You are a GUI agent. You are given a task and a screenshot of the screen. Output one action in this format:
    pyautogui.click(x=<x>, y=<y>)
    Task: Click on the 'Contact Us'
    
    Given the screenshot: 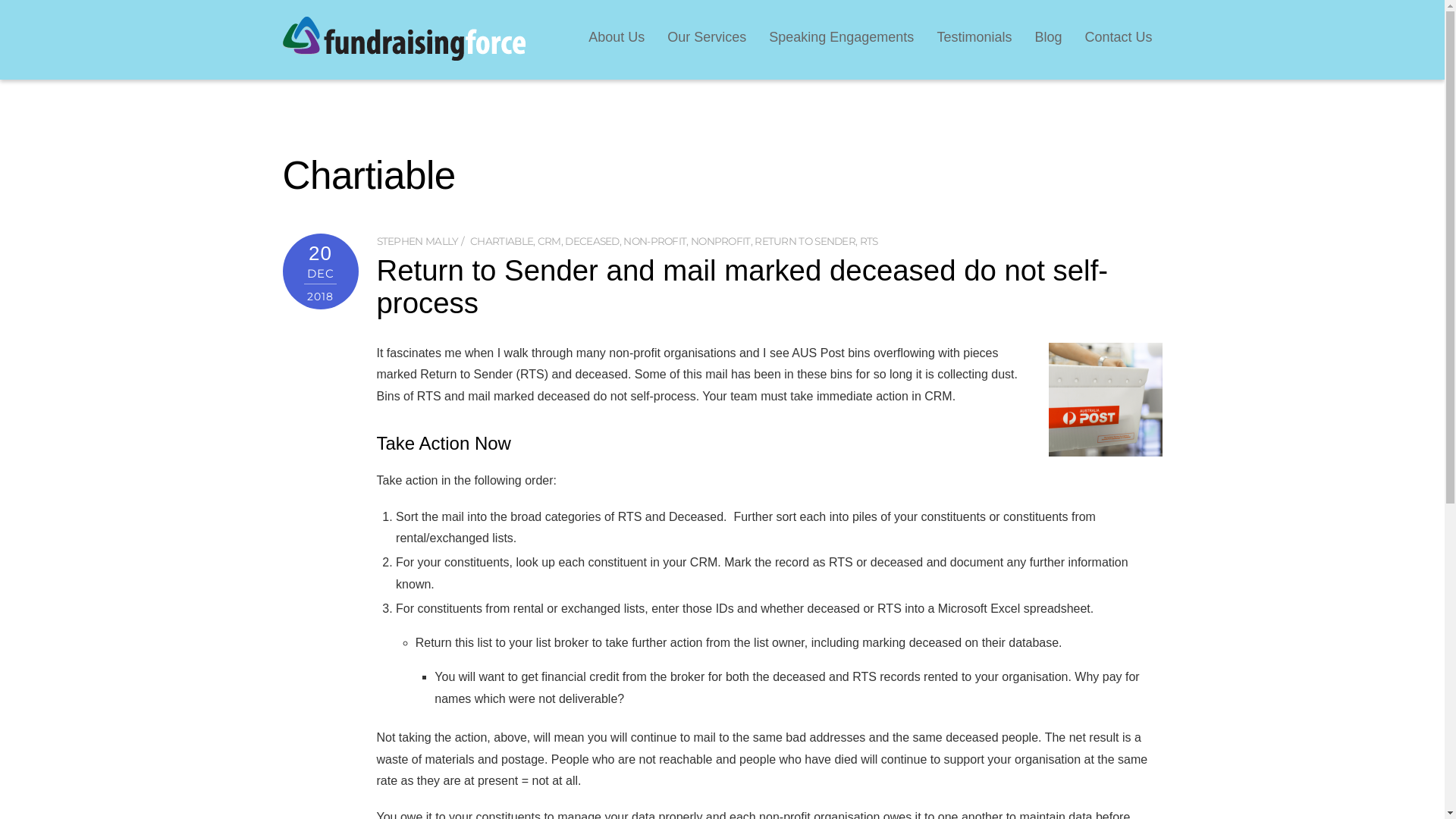 What is the action you would take?
    pyautogui.click(x=1118, y=34)
    